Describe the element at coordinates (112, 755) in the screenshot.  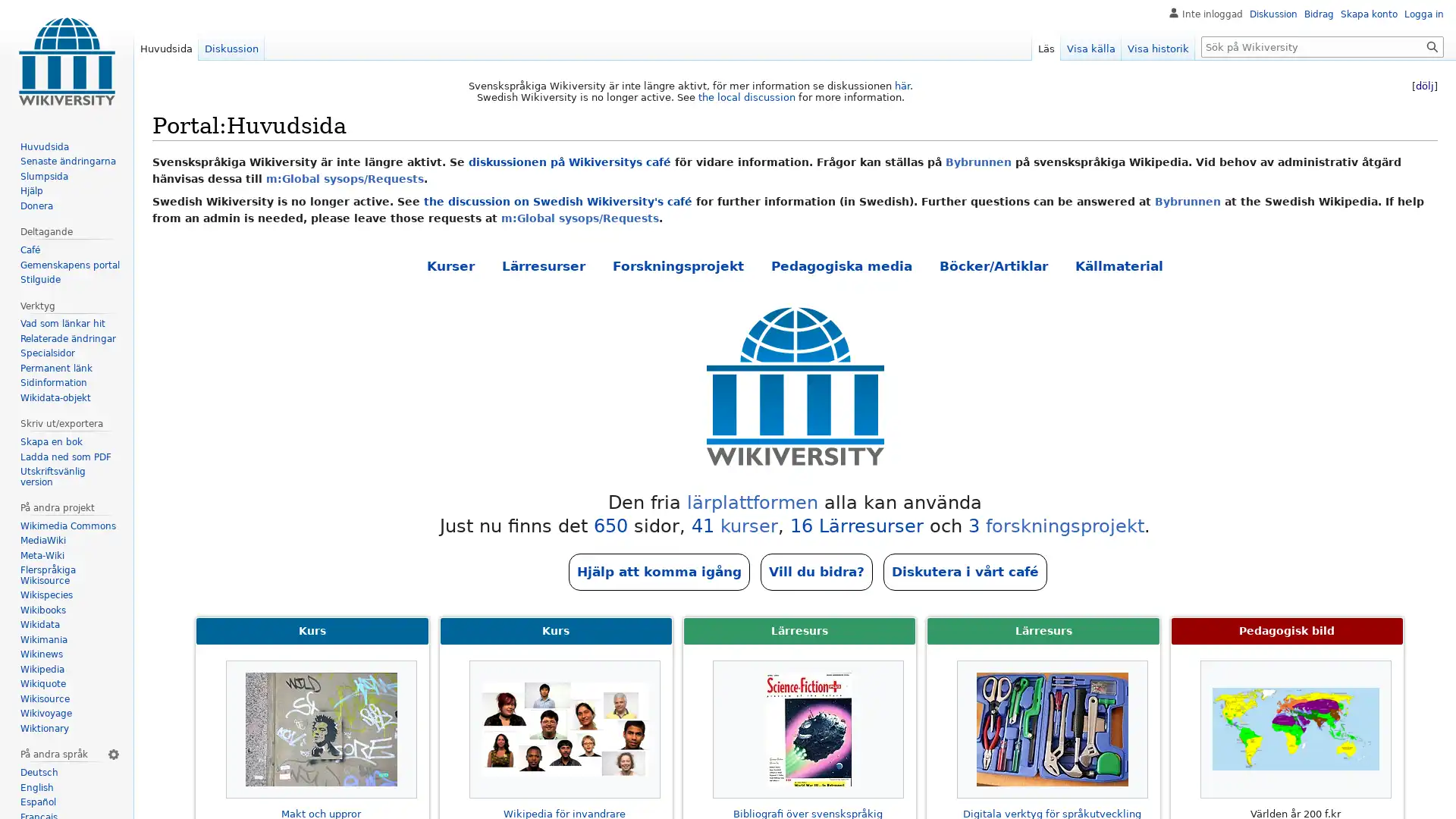
I see `Sprakinstallningar` at that location.